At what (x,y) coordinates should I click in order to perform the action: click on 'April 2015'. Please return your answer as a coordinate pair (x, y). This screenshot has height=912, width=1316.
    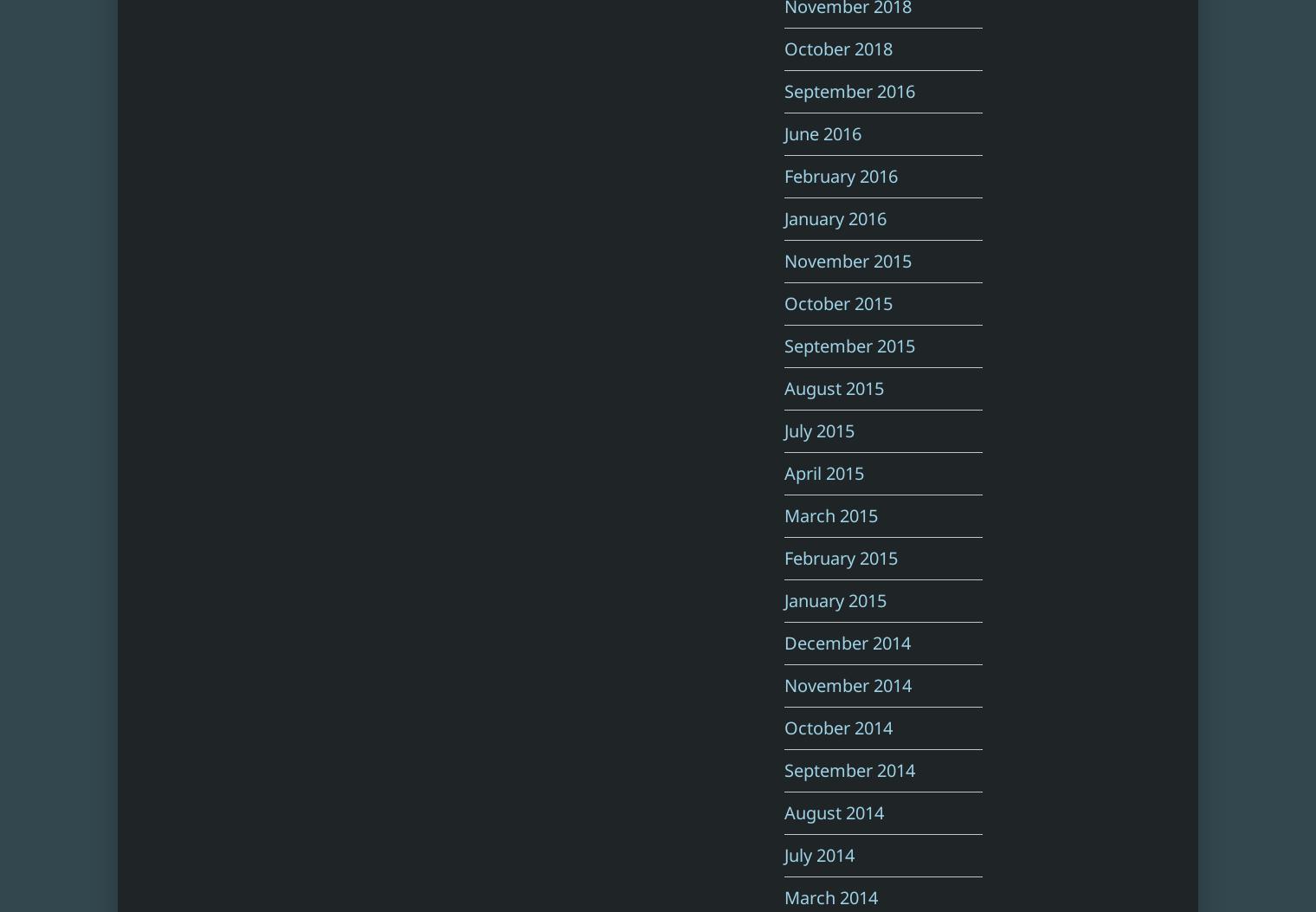
    Looking at the image, I should click on (822, 472).